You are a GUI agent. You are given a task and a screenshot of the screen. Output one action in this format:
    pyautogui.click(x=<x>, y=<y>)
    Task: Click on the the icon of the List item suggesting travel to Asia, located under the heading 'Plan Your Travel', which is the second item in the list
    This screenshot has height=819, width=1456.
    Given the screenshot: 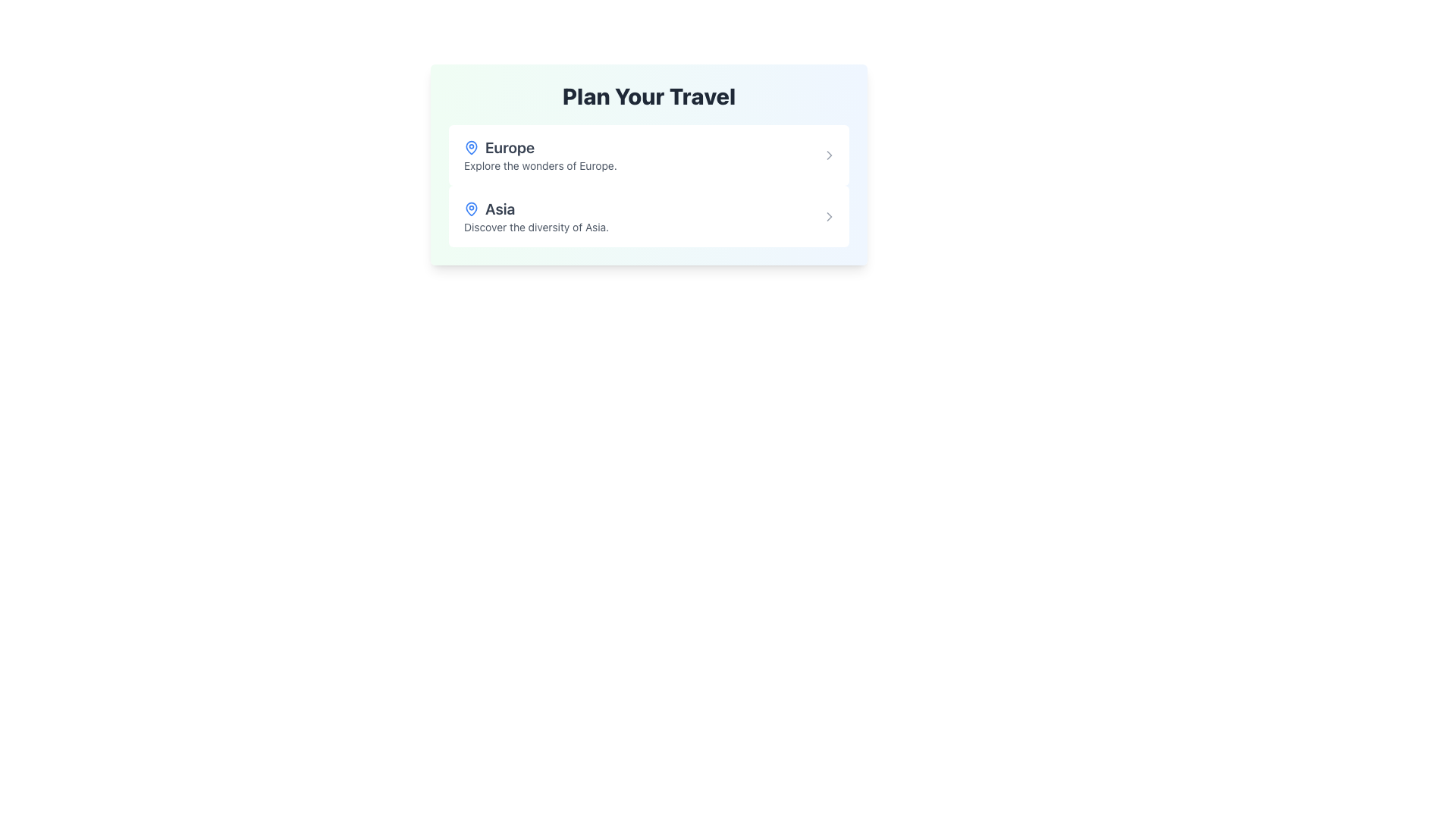 What is the action you would take?
    pyautogui.click(x=536, y=216)
    